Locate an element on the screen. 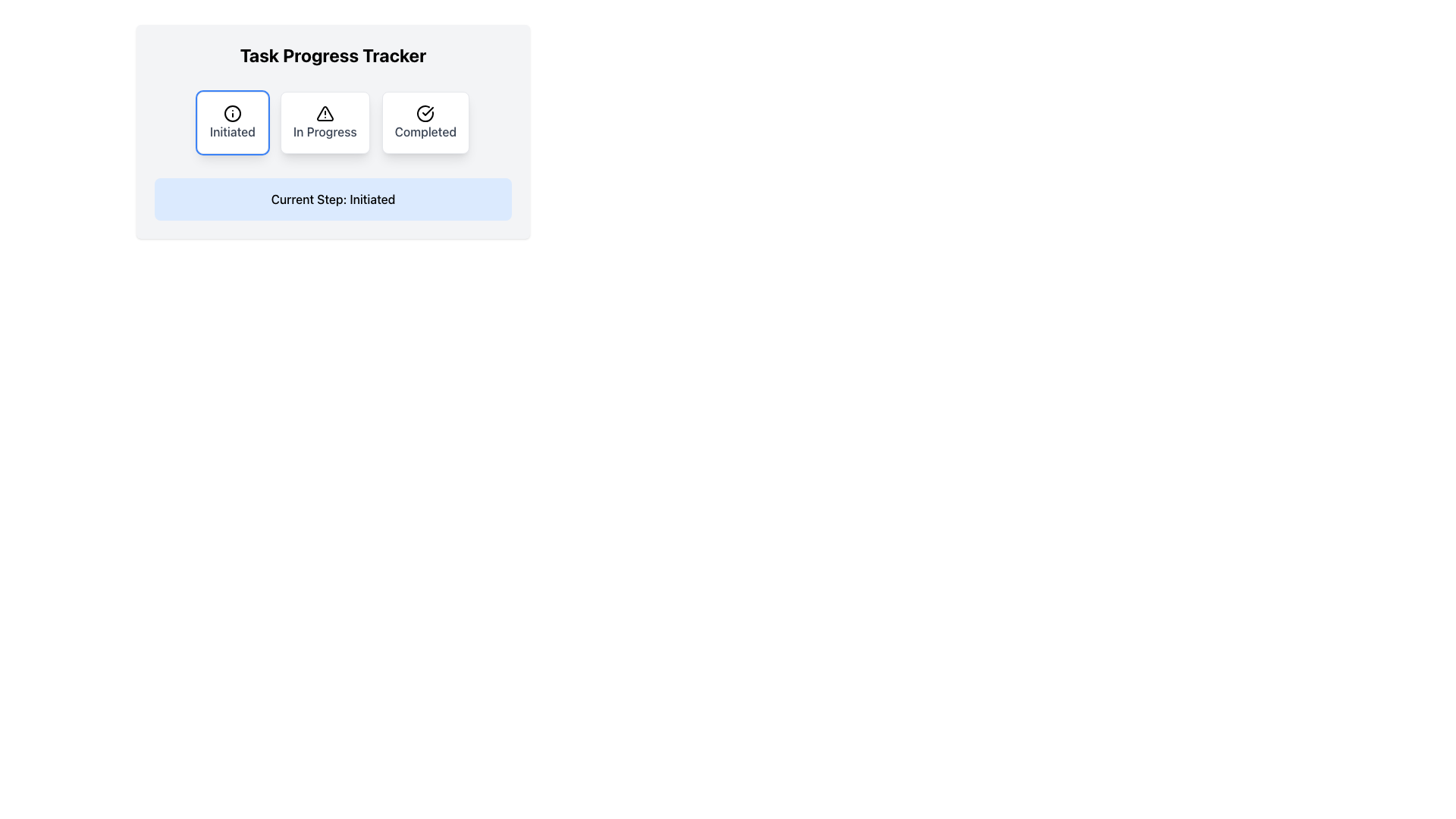 The image size is (1456, 819). the 'In Progress' button in the group of three buttons labeled 'Initiated', 'In Progress', and 'Completed' is located at coordinates (332, 122).